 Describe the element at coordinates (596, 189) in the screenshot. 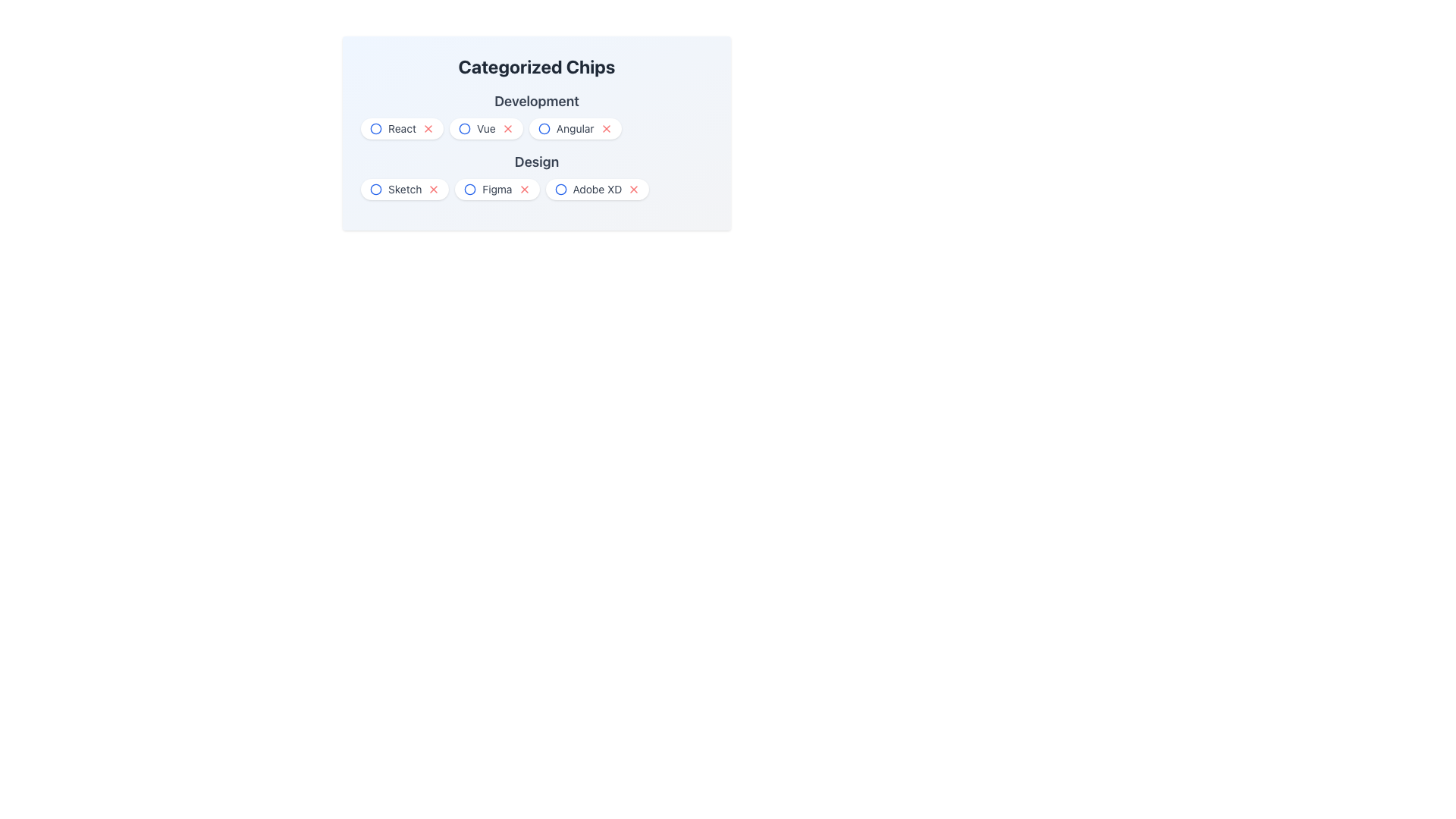

I see `the chip element labeled 'Adobe XD', which is styled as a selectable option in the 'Design' category` at that location.